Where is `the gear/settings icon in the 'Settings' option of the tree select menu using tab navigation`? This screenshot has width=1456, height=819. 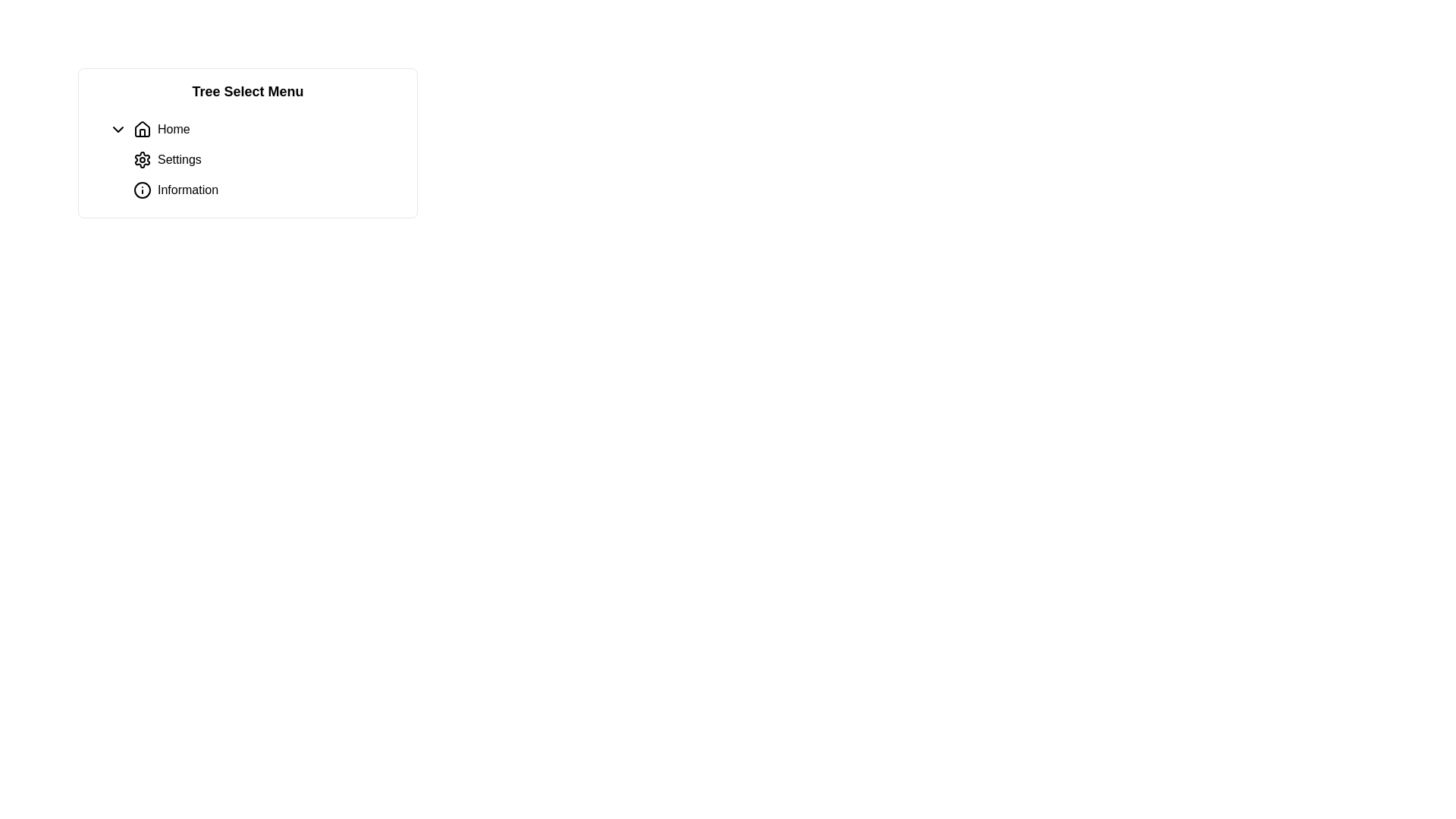 the gear/settings icon in the 'Settings' option of the tree select menu using tab navigation is located at coordinates (142, 160).